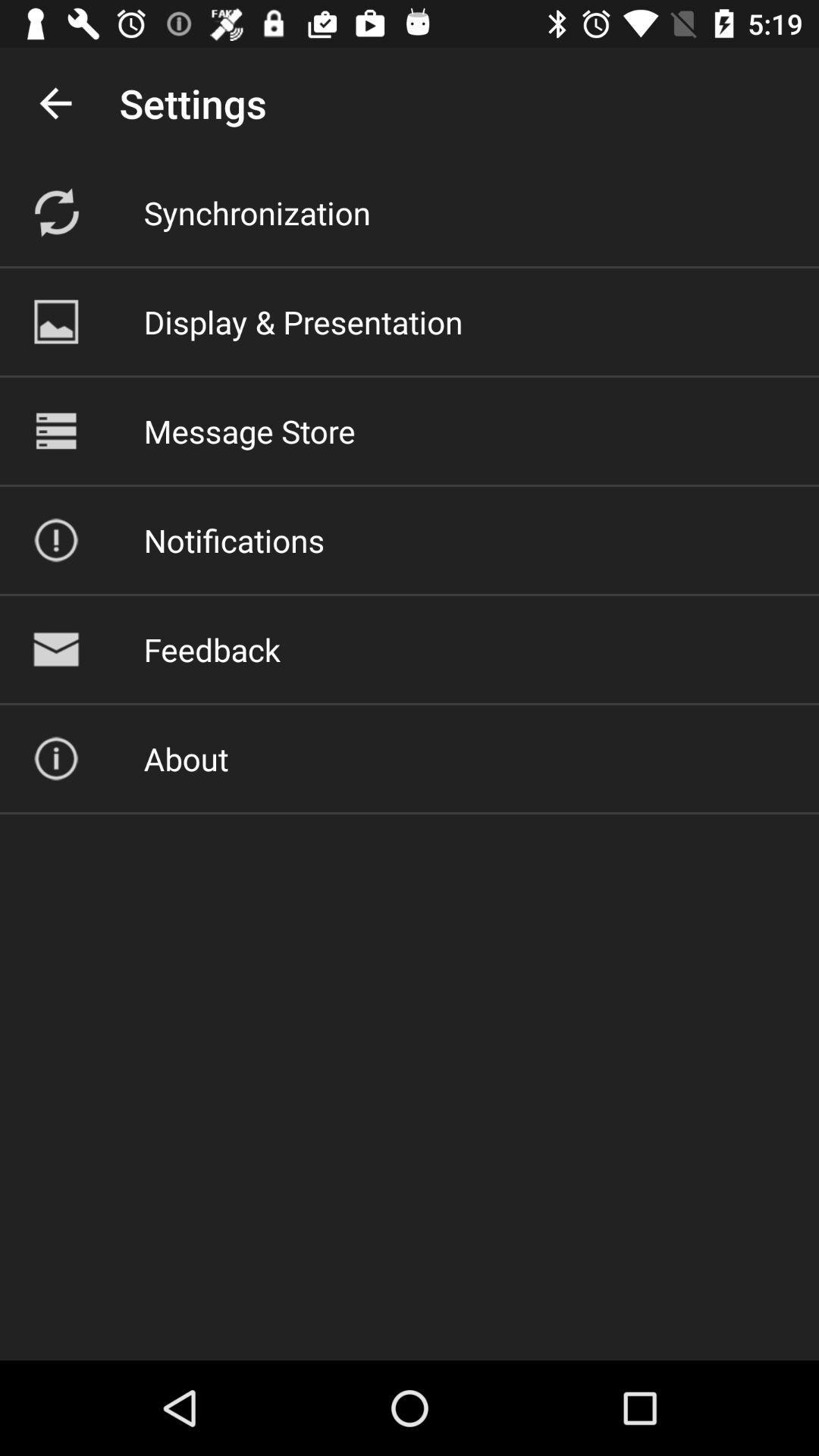 Image resolution: width=819 pixels, height=1456 pixels. What do you see at coordinates (55, 102) in the screenshot?
I see `the item to the left of settings item` at bounding box center [55, 102].